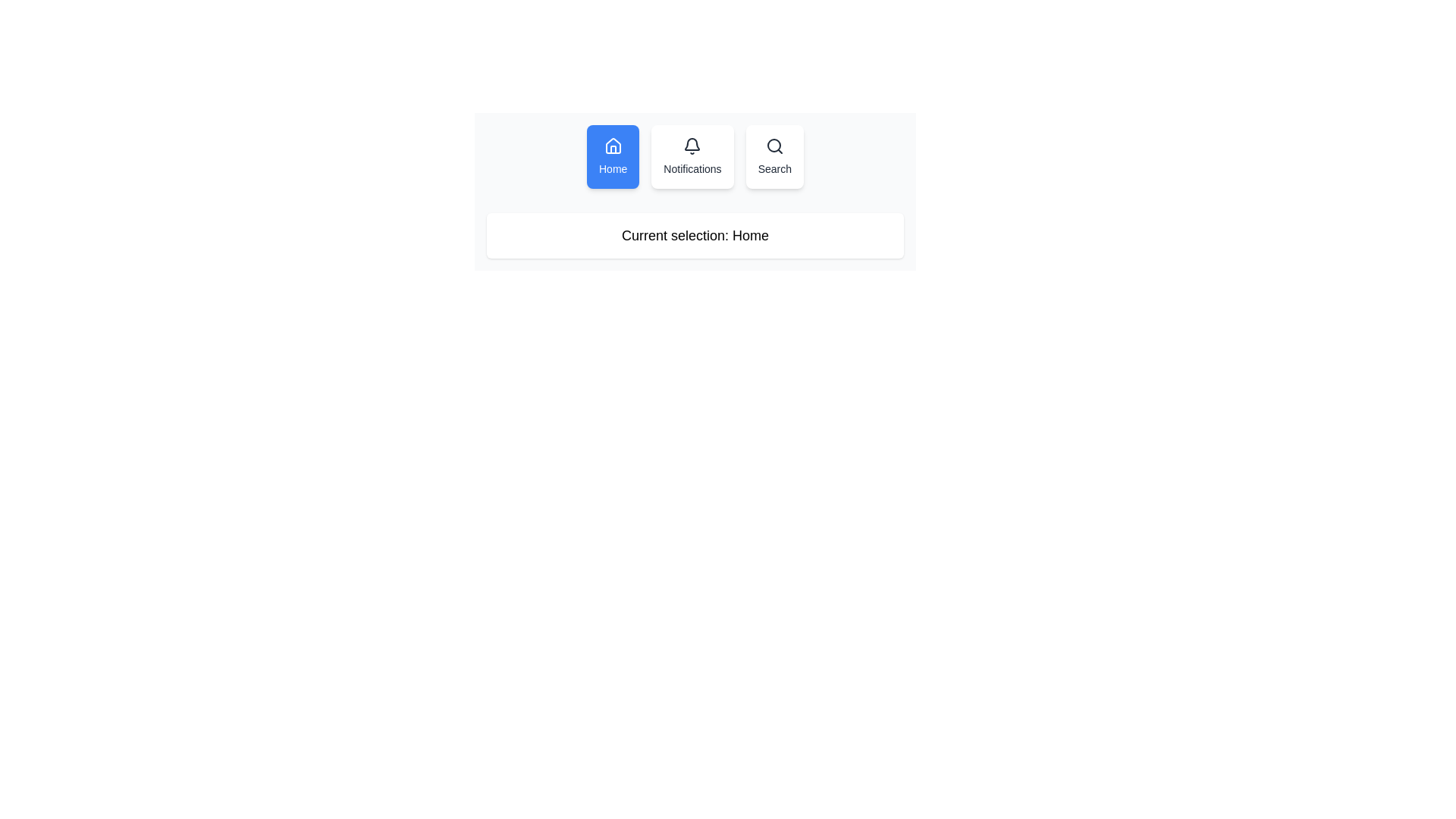 This screenshot has height=819, width=1456. What do you see at coordinates (613, 157) in the screenshot?
I see `the 'Home' navigation button` at bounding box center [613, 157].